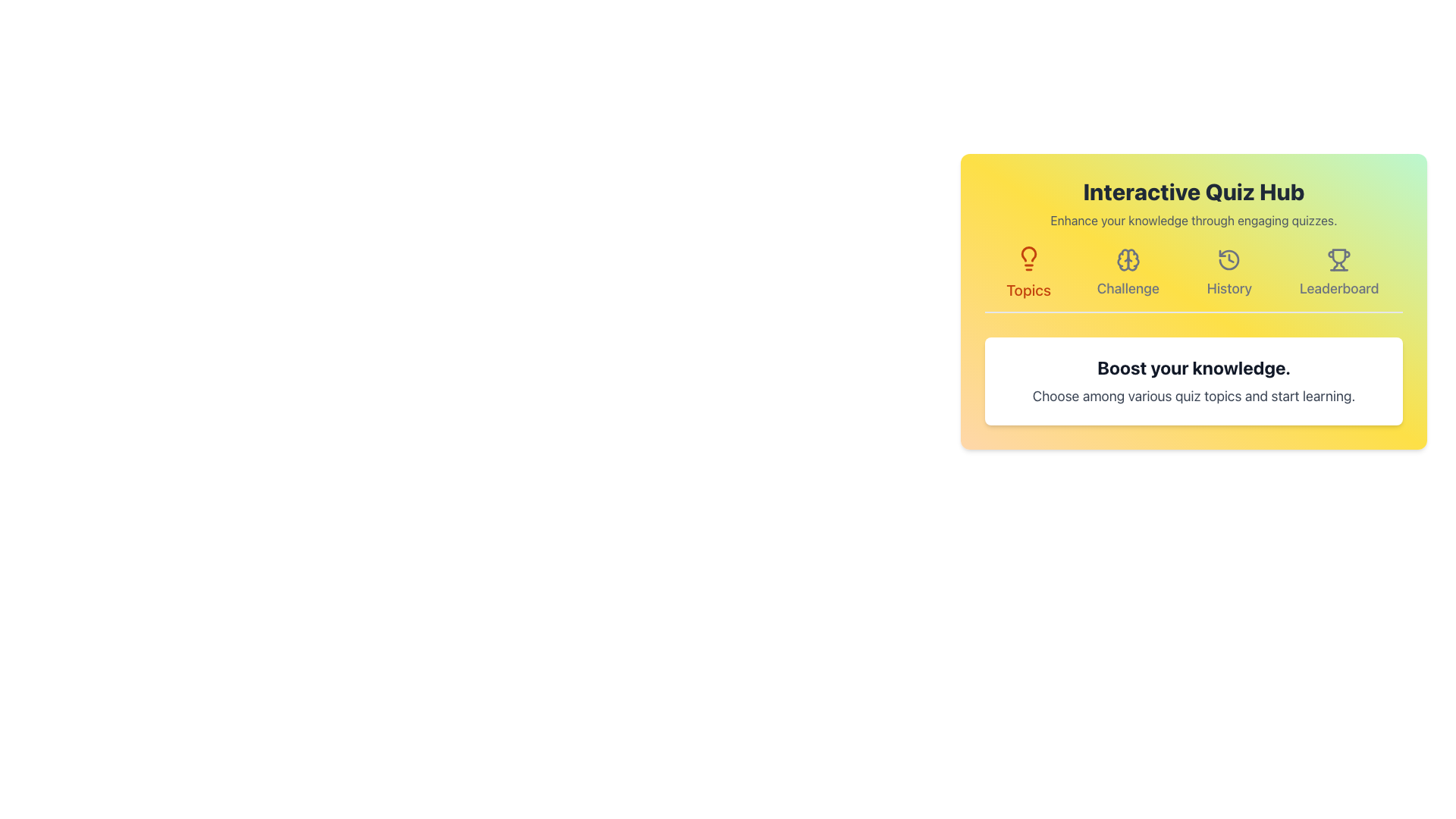 This screenshot has width=1456, height=819. Describe the element at coordinates (1229, 289) in the screenshot. I see `the 'History' text label, which is styled in gray and positioned within the 'Interactive Quiz Hub' panel as the third option in a horizontal menu` at that location.